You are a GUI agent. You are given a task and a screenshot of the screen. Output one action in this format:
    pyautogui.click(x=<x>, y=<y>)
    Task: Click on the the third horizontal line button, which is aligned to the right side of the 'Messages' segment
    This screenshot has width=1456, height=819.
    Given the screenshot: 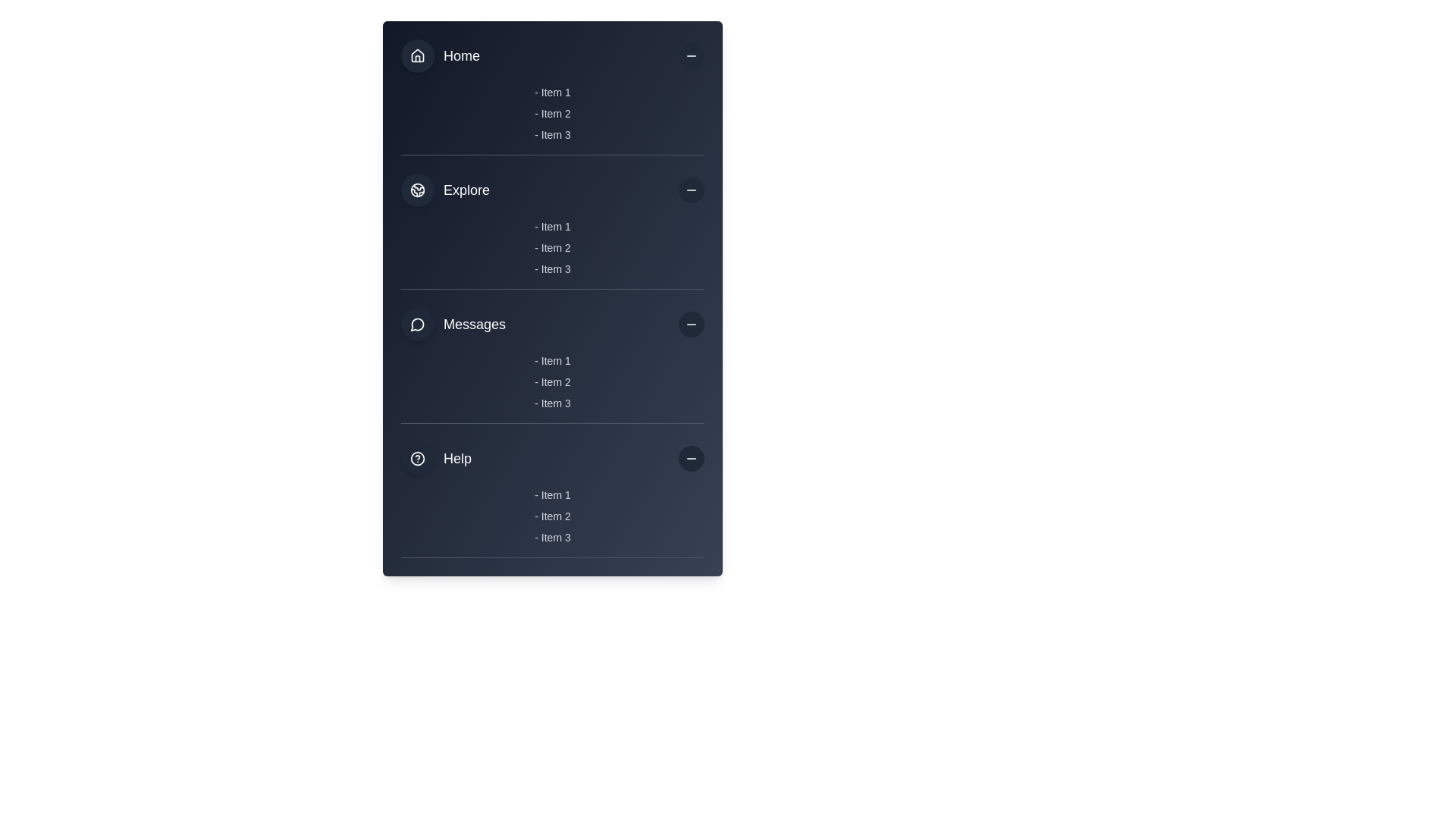 What is the action you would take?
    pyautogui.click(x=691, y=324)
    